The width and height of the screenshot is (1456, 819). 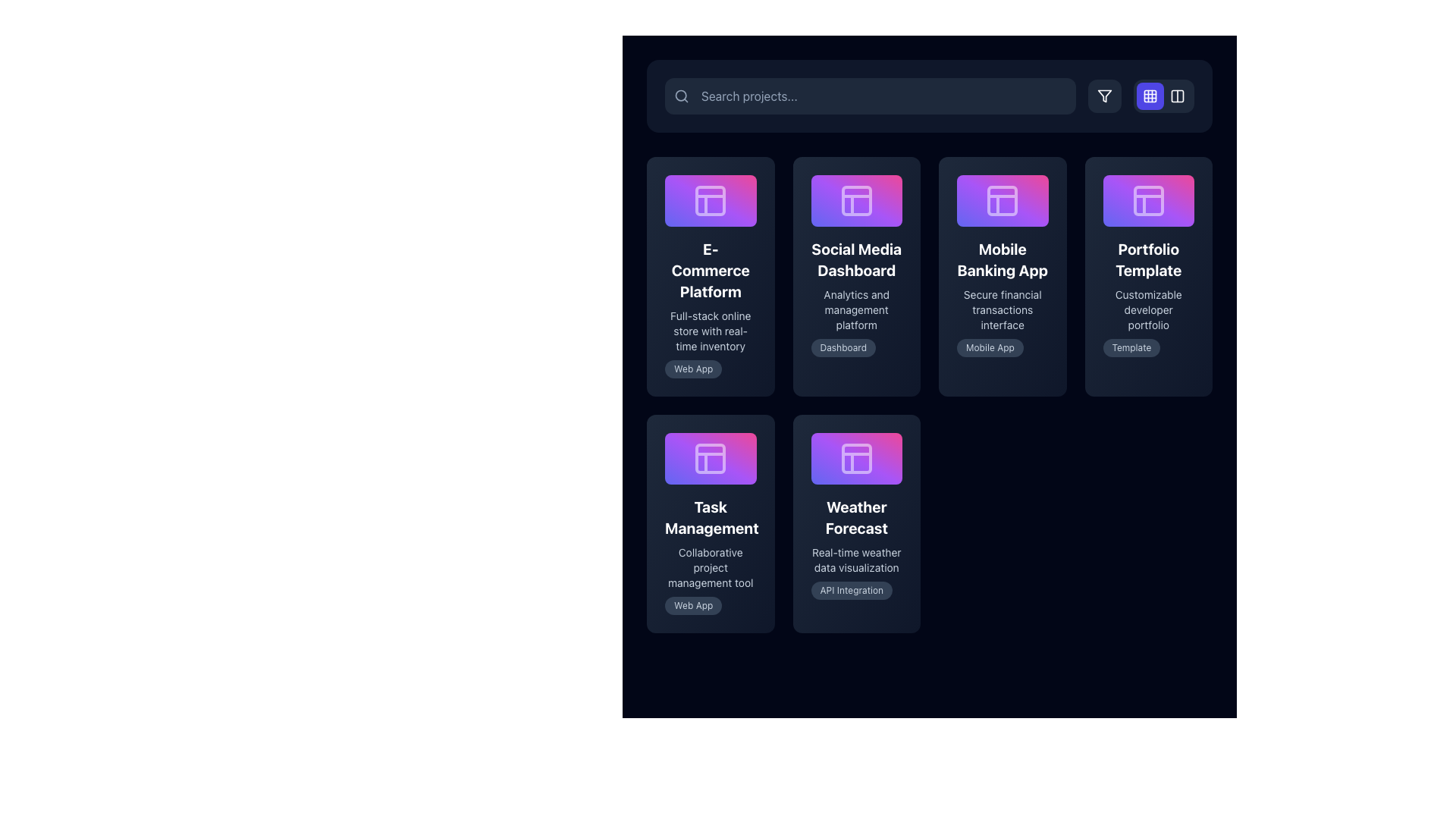 What do you see at coordinates (710, 269) in the screenshot?
I see `and comprehend the displayed text 'E-Commerce Platform' which is styled in bold, extra-large white font against a dark background, located at the top-left of the card layout` at bounding box center [710, 269].